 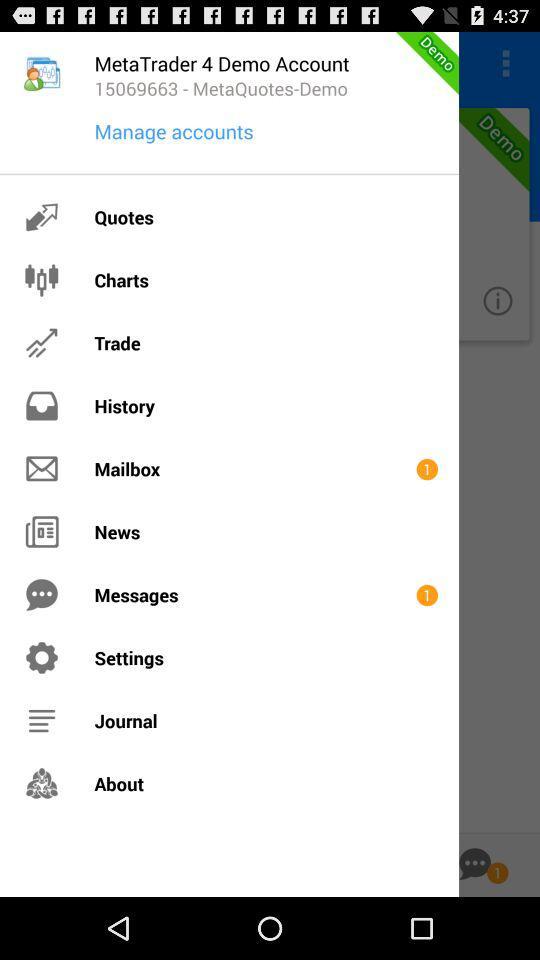 What do you see at coordinates (474, 924) in the screenshot?
I see `the chat icon` at bounding box center [474, 924].